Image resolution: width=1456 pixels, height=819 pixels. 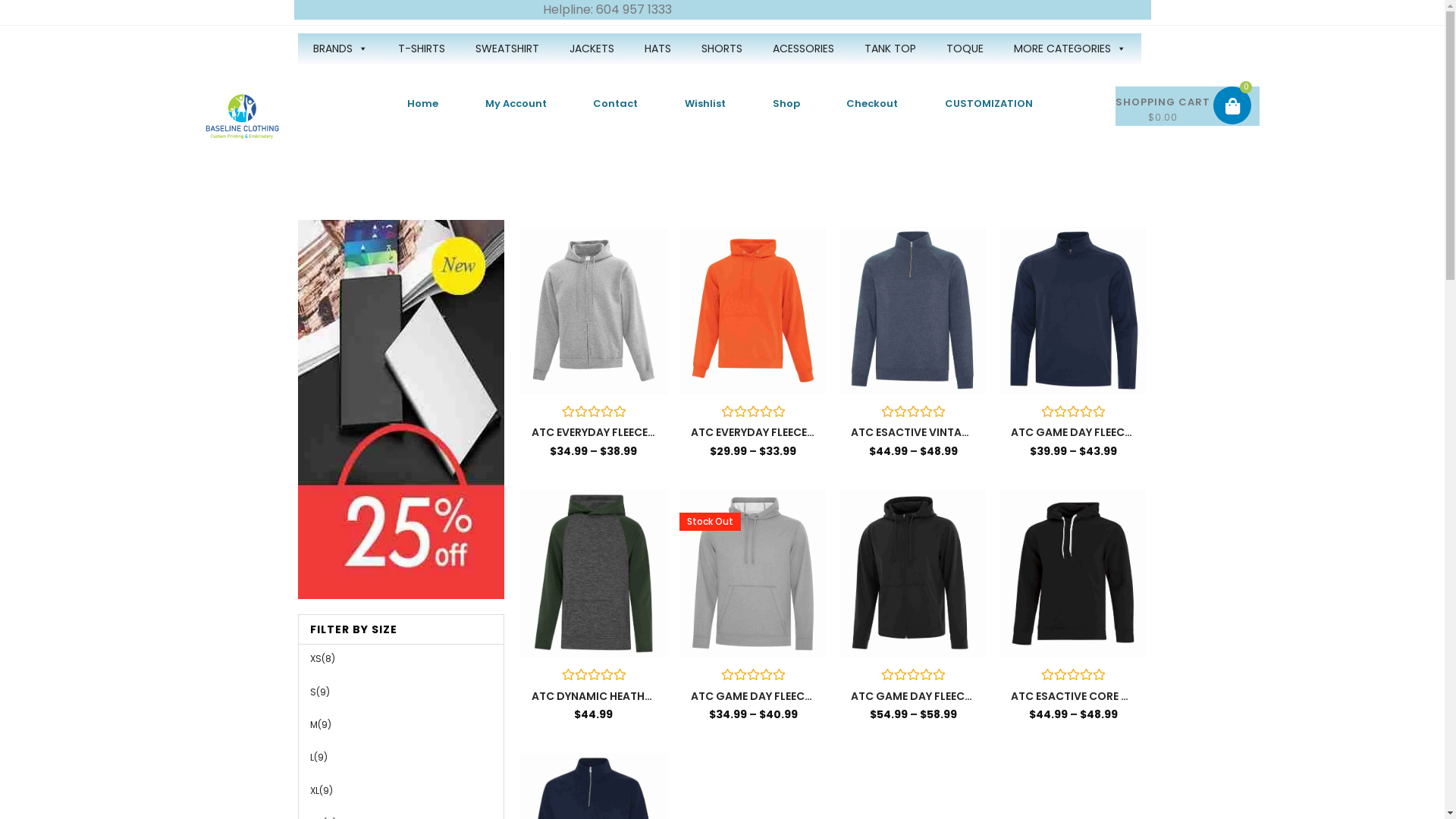 What do you see at coordinates (873, 103) in the screenshot?
I see `'Checkout'` at bounding box center [873, 103].